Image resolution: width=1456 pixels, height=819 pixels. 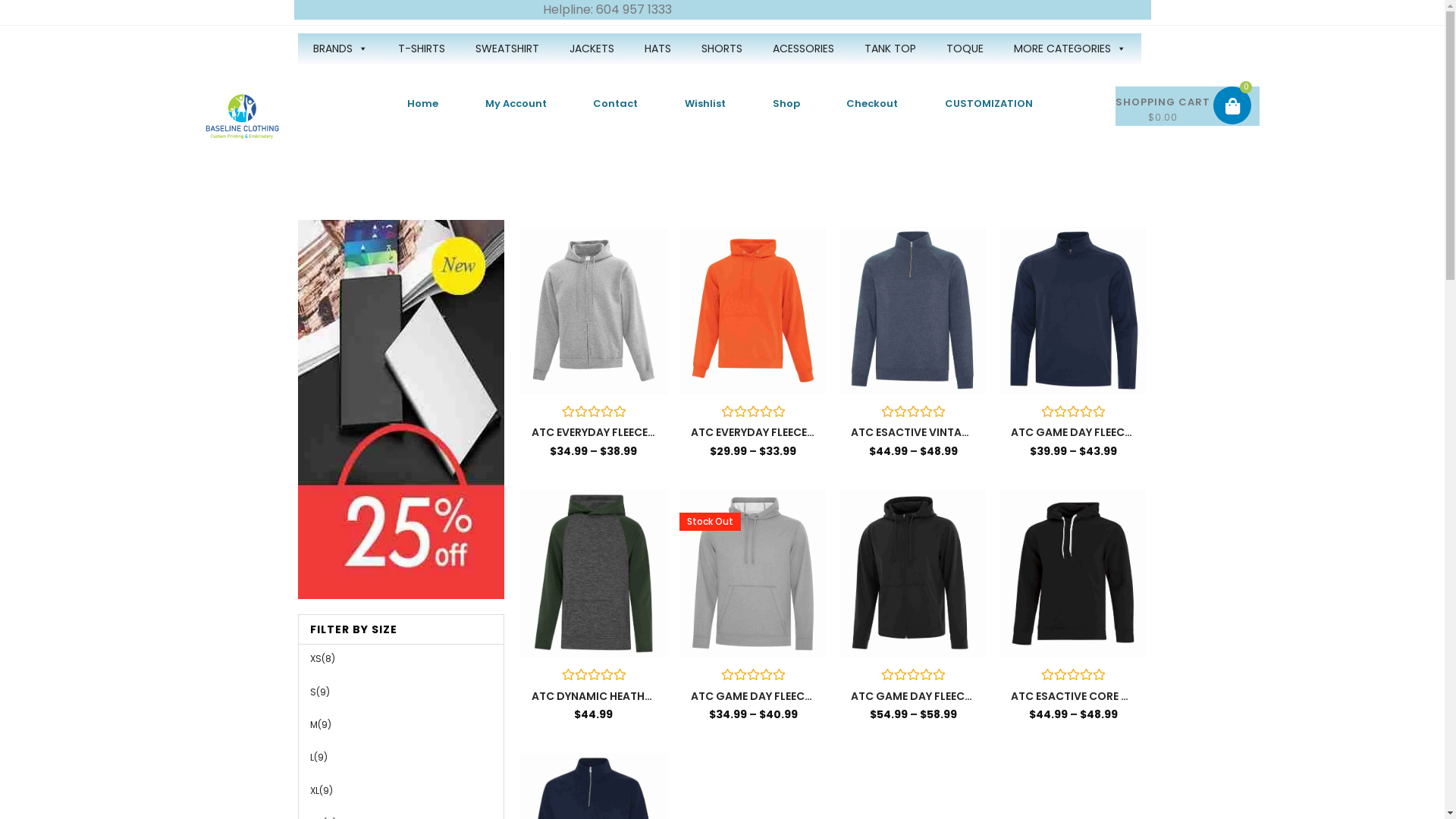 What do you see at coordinates (873, 103) in the screenshot?
I see `'Checkout'` at bounding box center [873, 103].